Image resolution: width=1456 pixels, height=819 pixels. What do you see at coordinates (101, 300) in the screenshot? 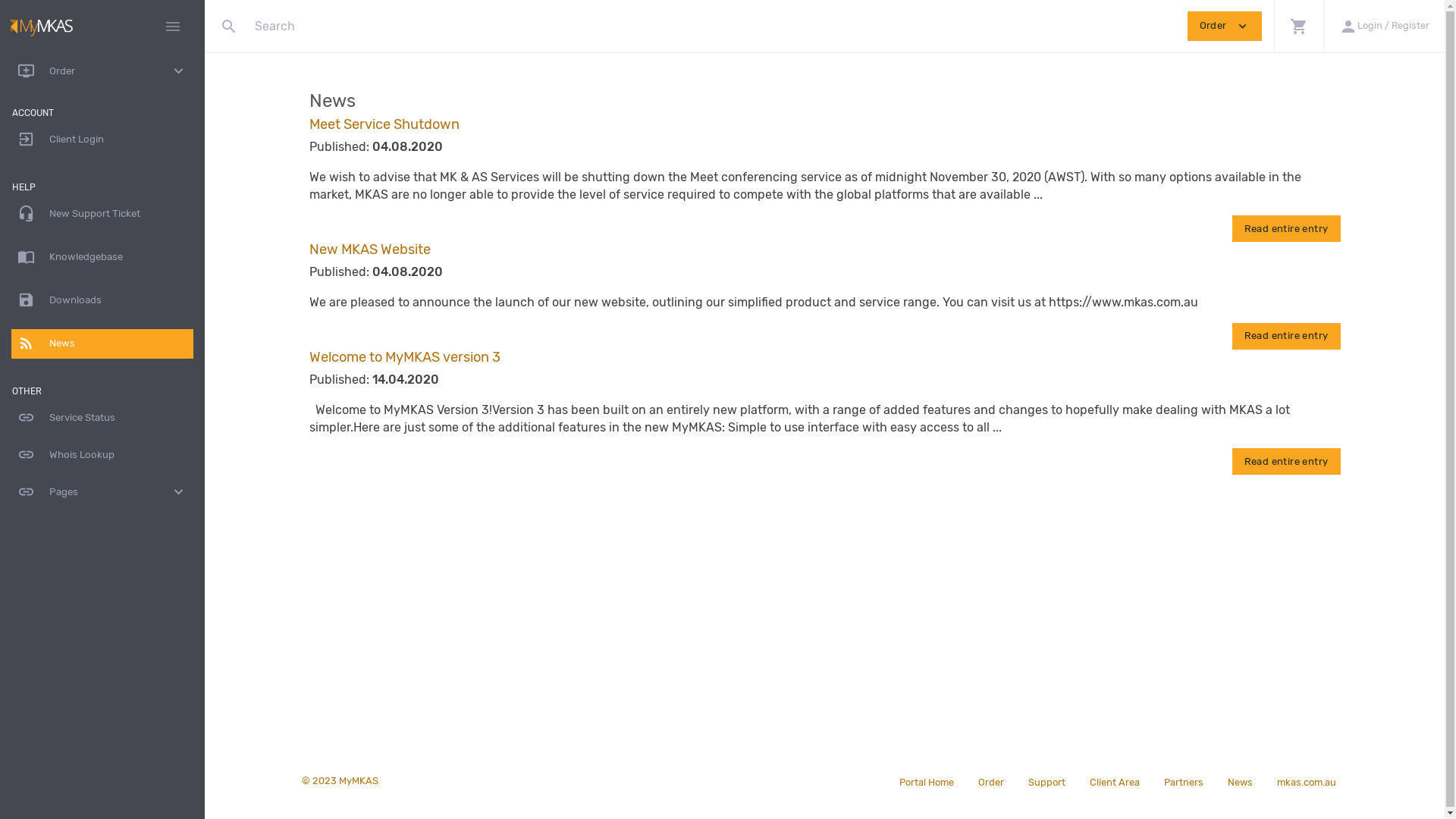
I see `'save Downloads'` at bounding box center [101, 300].